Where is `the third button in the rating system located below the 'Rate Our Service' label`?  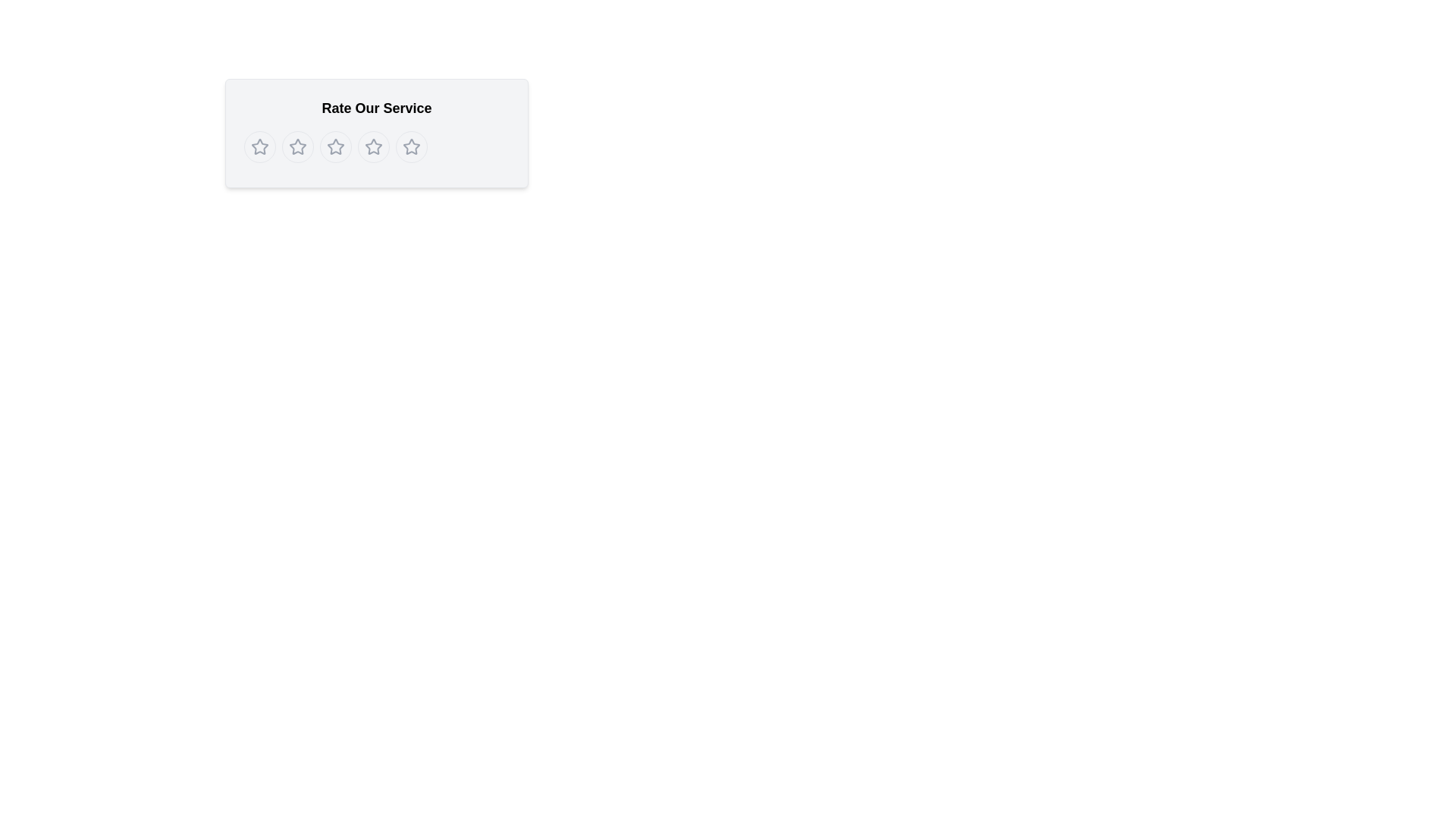
the third button in the rating system located below the 'Rate Our Service' label is located at coordinates (334, 146).